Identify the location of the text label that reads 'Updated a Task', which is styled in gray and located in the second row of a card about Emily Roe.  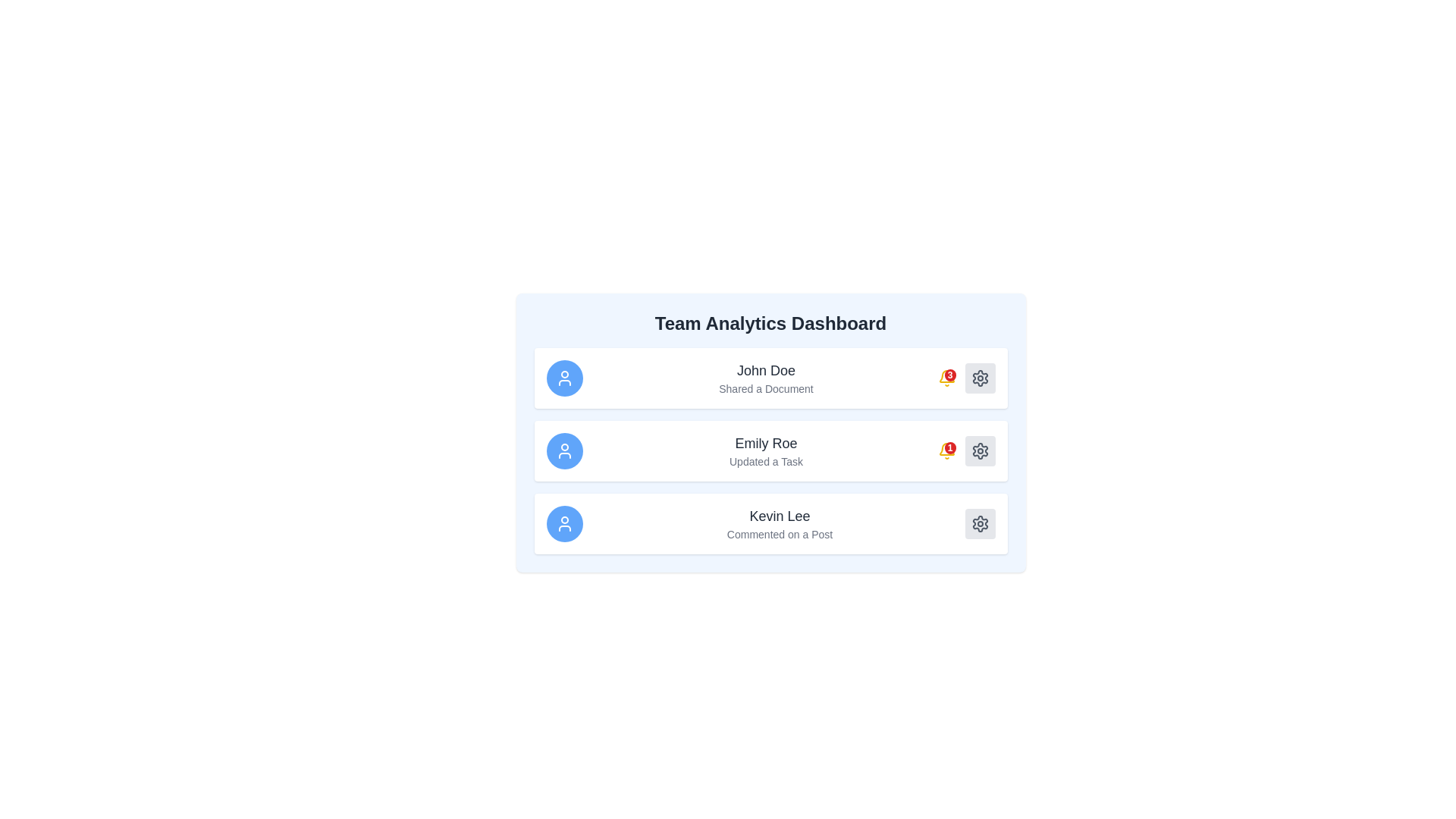
(766, 461).